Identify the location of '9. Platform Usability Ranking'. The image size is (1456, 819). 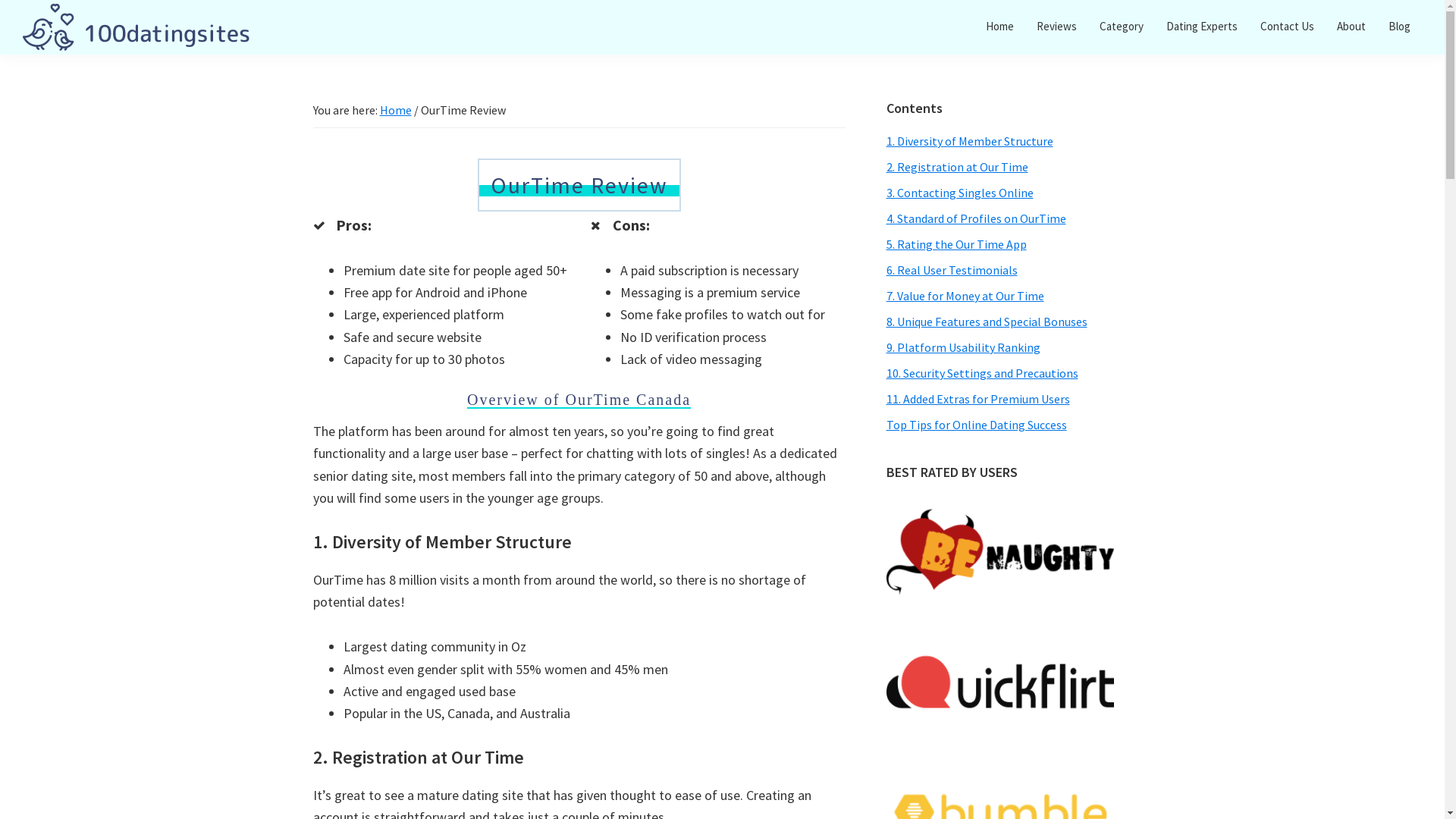
(962, 347).